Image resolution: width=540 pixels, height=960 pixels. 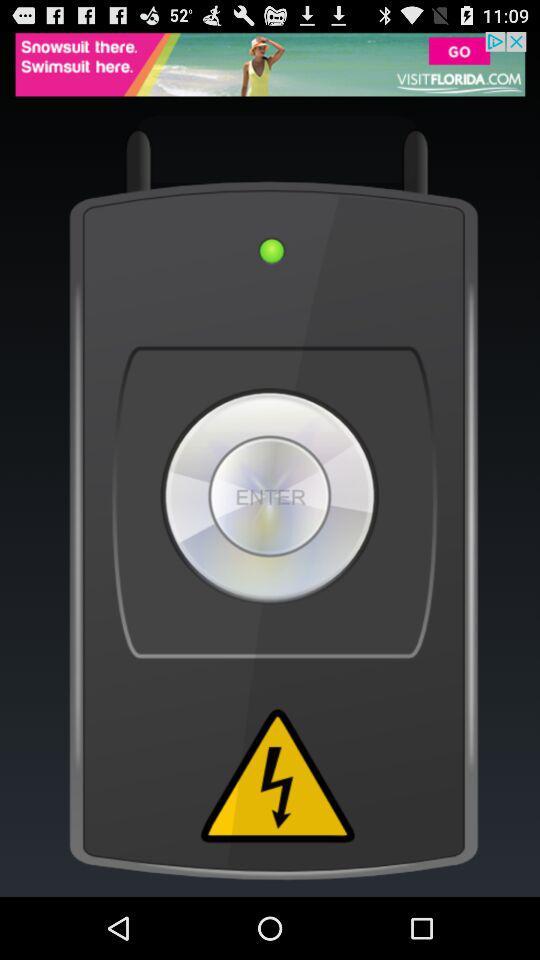 I want to click on switch to enter, so click(x=269, y=496).